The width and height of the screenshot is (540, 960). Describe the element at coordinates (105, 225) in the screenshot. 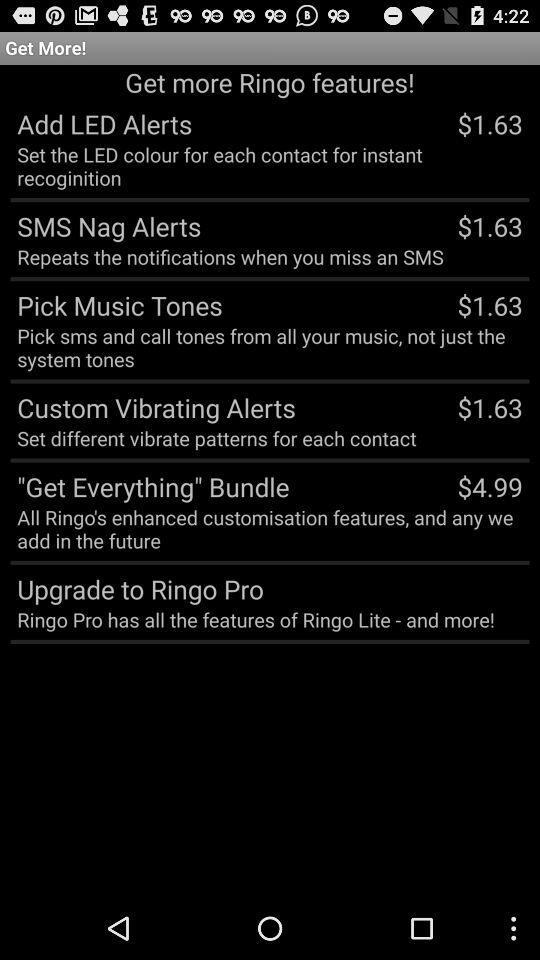

I see `the icon below set the led app` at that location.